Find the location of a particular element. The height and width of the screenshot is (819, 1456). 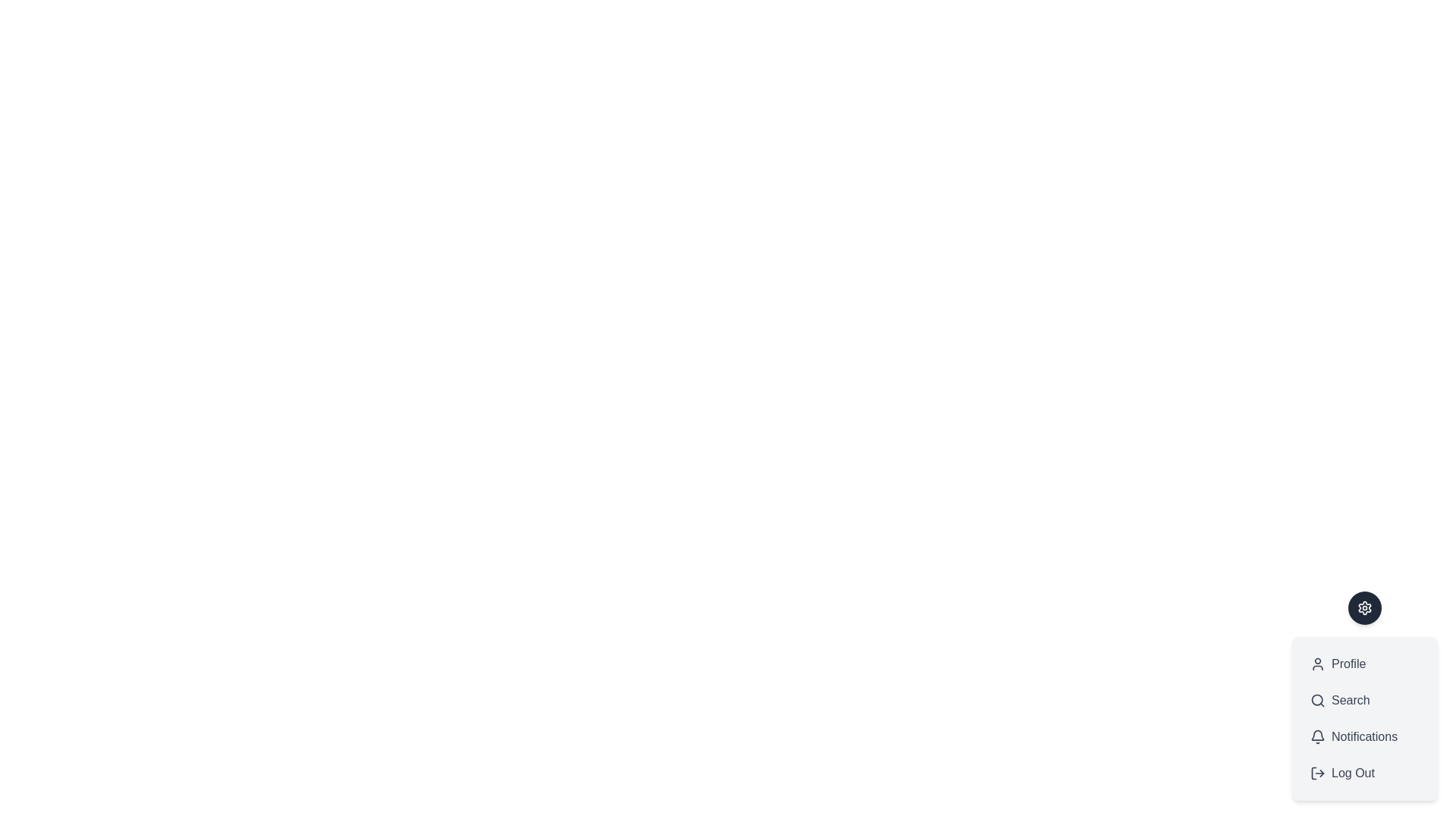

text content of the 'Profile' label displayed in medium gray font located at the top position under the user icon in the right-side drop-down menu is located at coordinates (1348, 663).